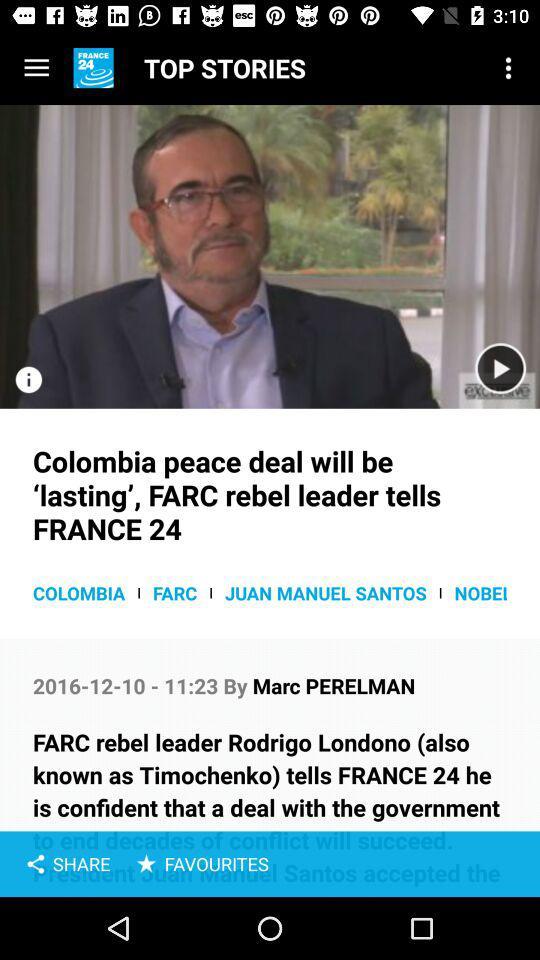  What do you see at coordinates (499, 368) in the screenshot?
I see `video` at bounding box center [499, 368].